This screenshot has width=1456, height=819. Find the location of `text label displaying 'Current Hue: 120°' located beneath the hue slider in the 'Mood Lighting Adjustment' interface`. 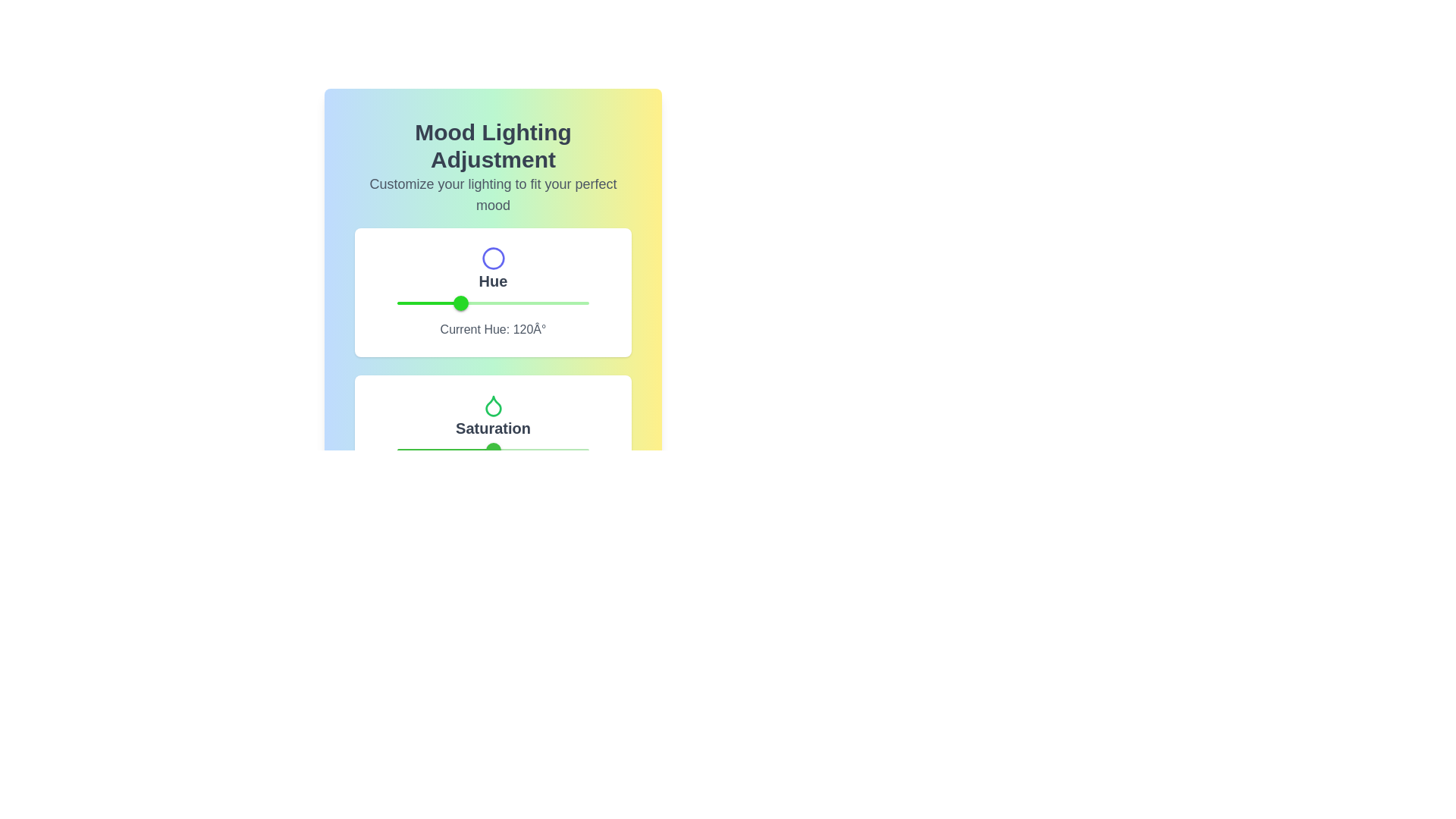

text label displaying 'Current Hue: 120°' located beneath the hue slider in the 'Mood Lighting Adjustment' interface is located at coordinates (493, 329).